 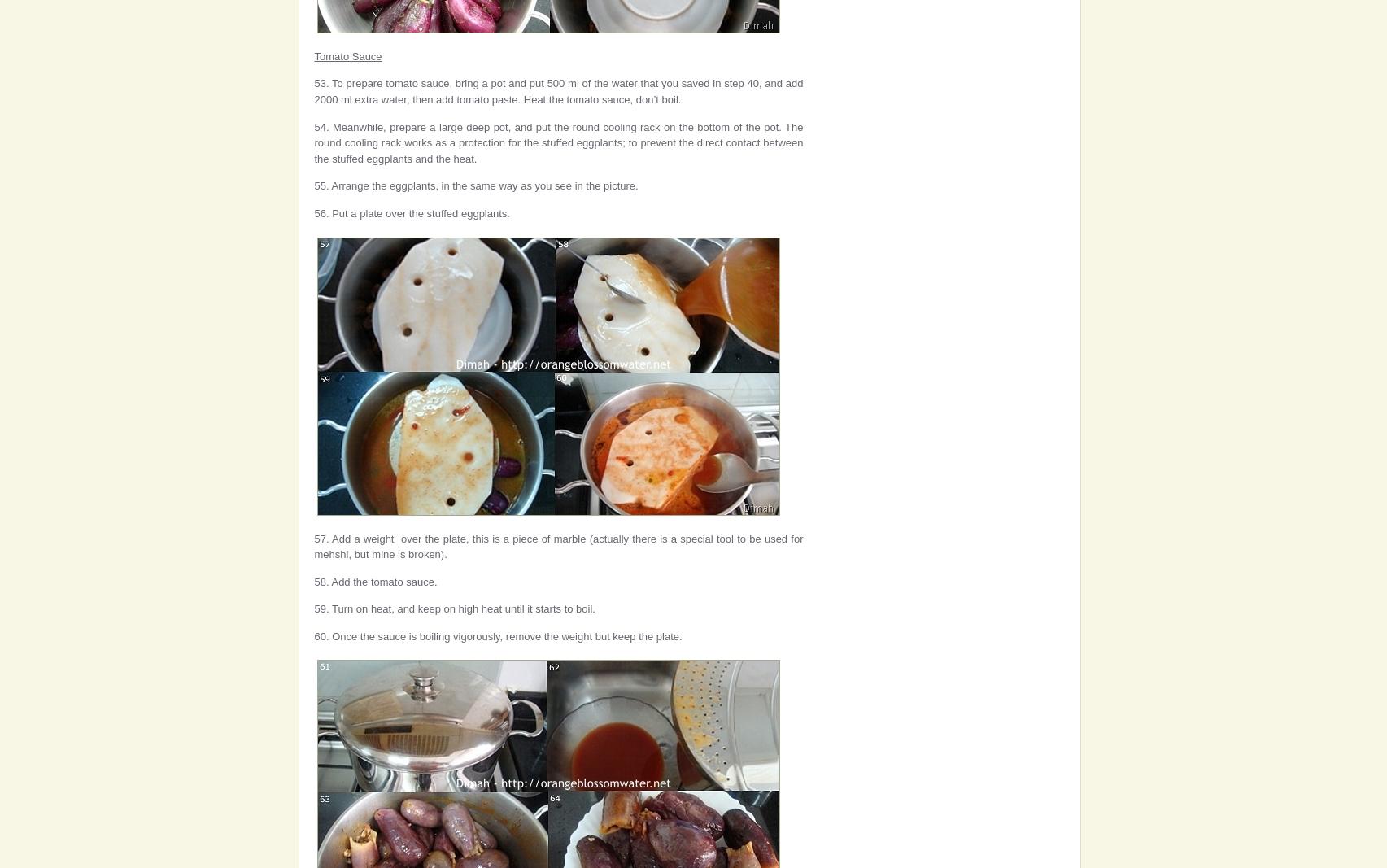 I want to click on '54. Meanwhile, prepare a large deep pot, and put the round cooling rack on the bottom of the pot. The round cooling rack works as a protection for the stuffed eggplants; to prevent the direct contact between the stuffed eggplants and the heat.', so click(x=313, y=141).